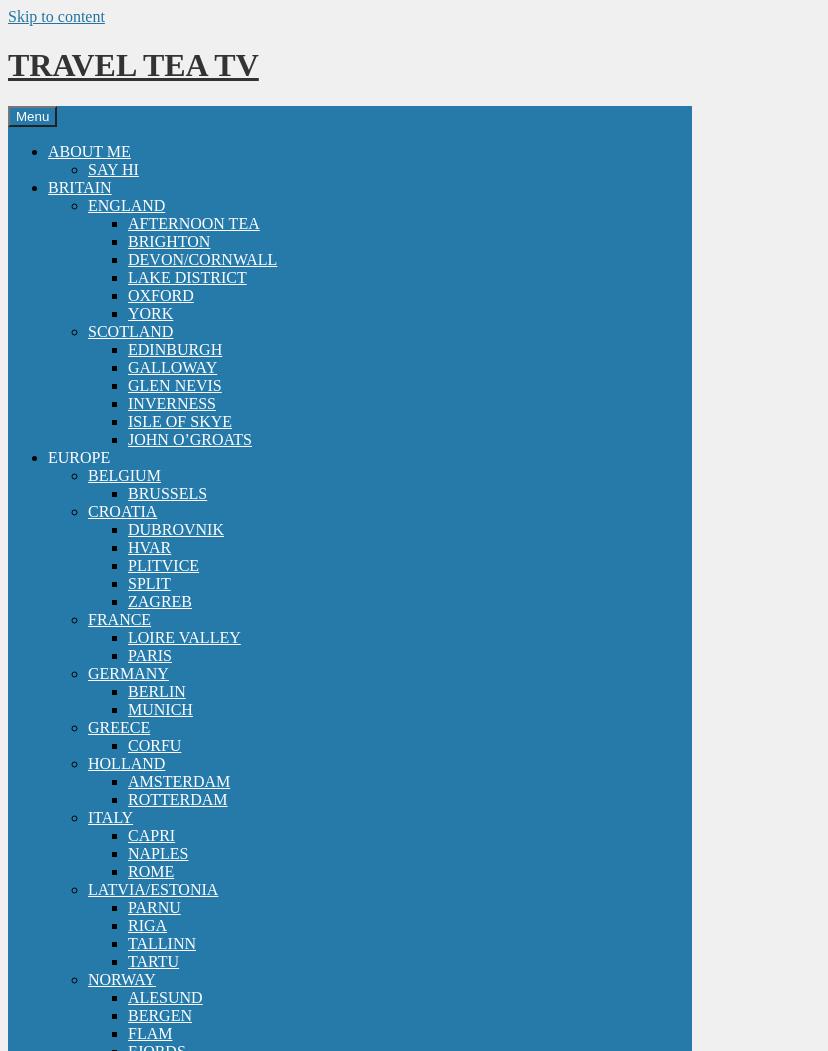  What do you see at coordinates (159, 1013) in the screenshot?
I see `'BERGEN'` at bounding box center [159, 1013].